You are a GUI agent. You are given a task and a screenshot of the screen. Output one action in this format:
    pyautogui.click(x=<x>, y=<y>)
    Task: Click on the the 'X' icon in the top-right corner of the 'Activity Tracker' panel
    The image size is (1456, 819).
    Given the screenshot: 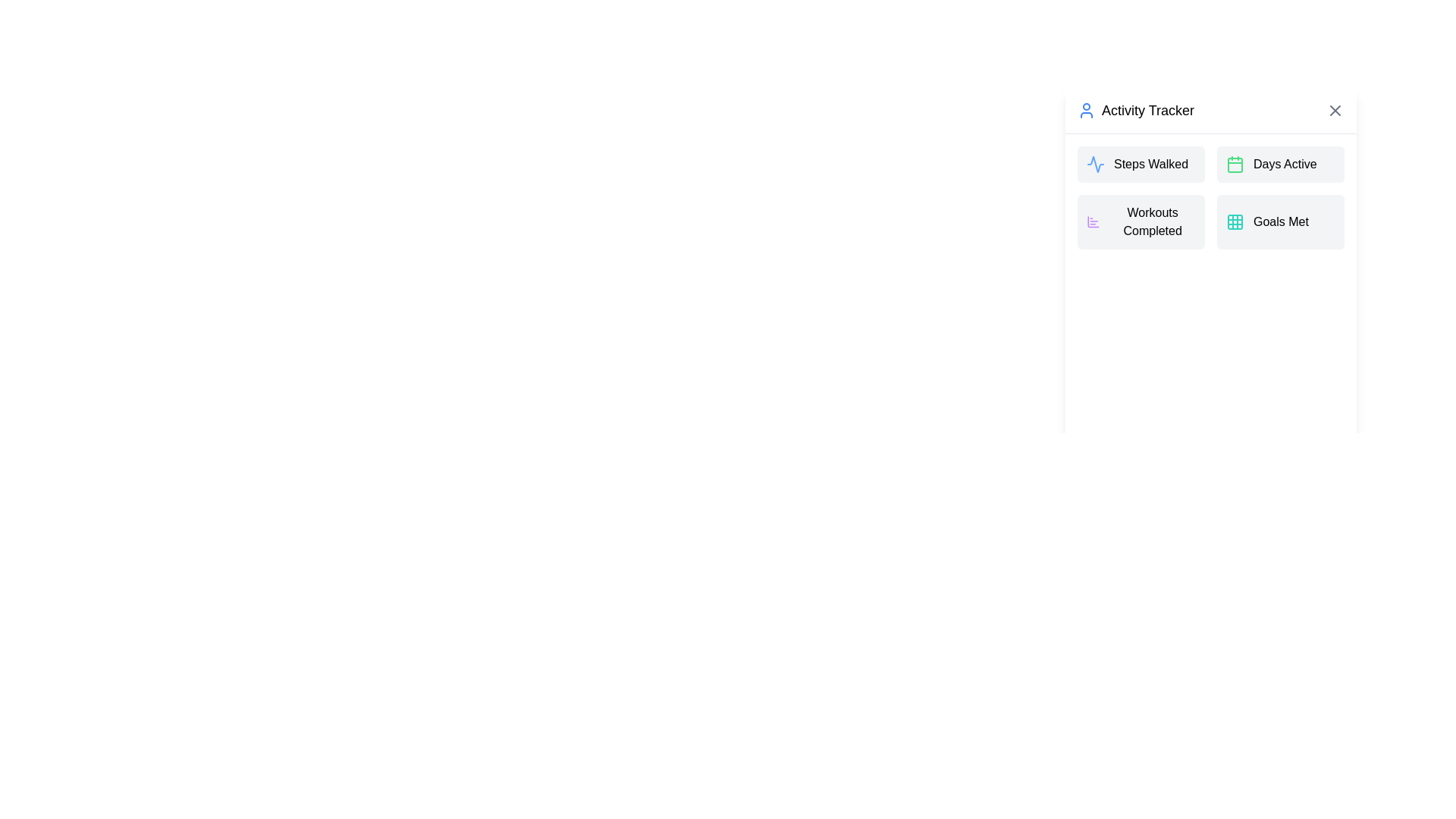 What is the action you would take?
    pyautogui.click(x=1335, y=110)
    